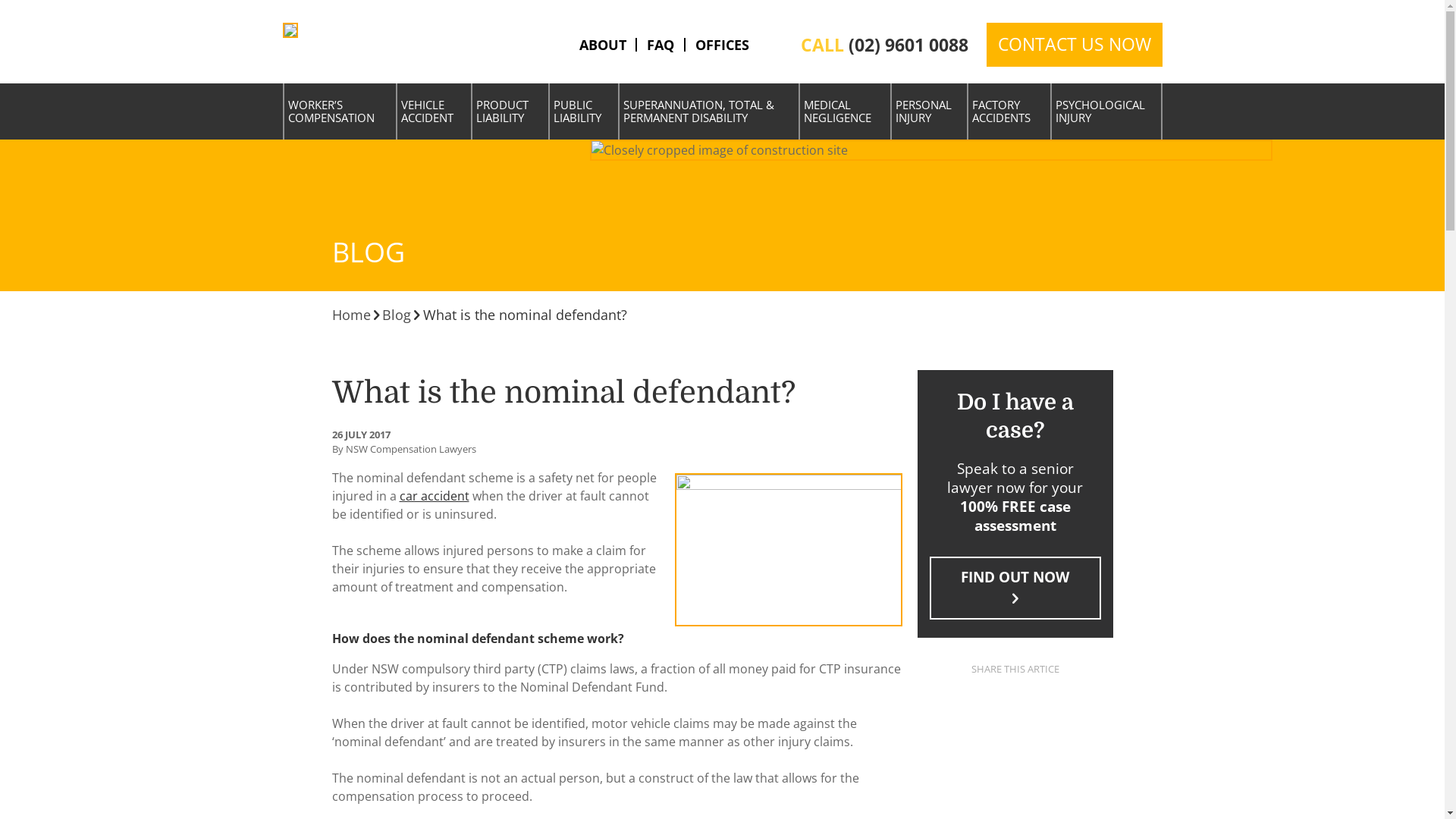 The width and height of the screenshot is (1456, 819). What do you see at coordinates (399, 496) in the screenshot?
I see `'car accident'` at bounding box center [399, 496].